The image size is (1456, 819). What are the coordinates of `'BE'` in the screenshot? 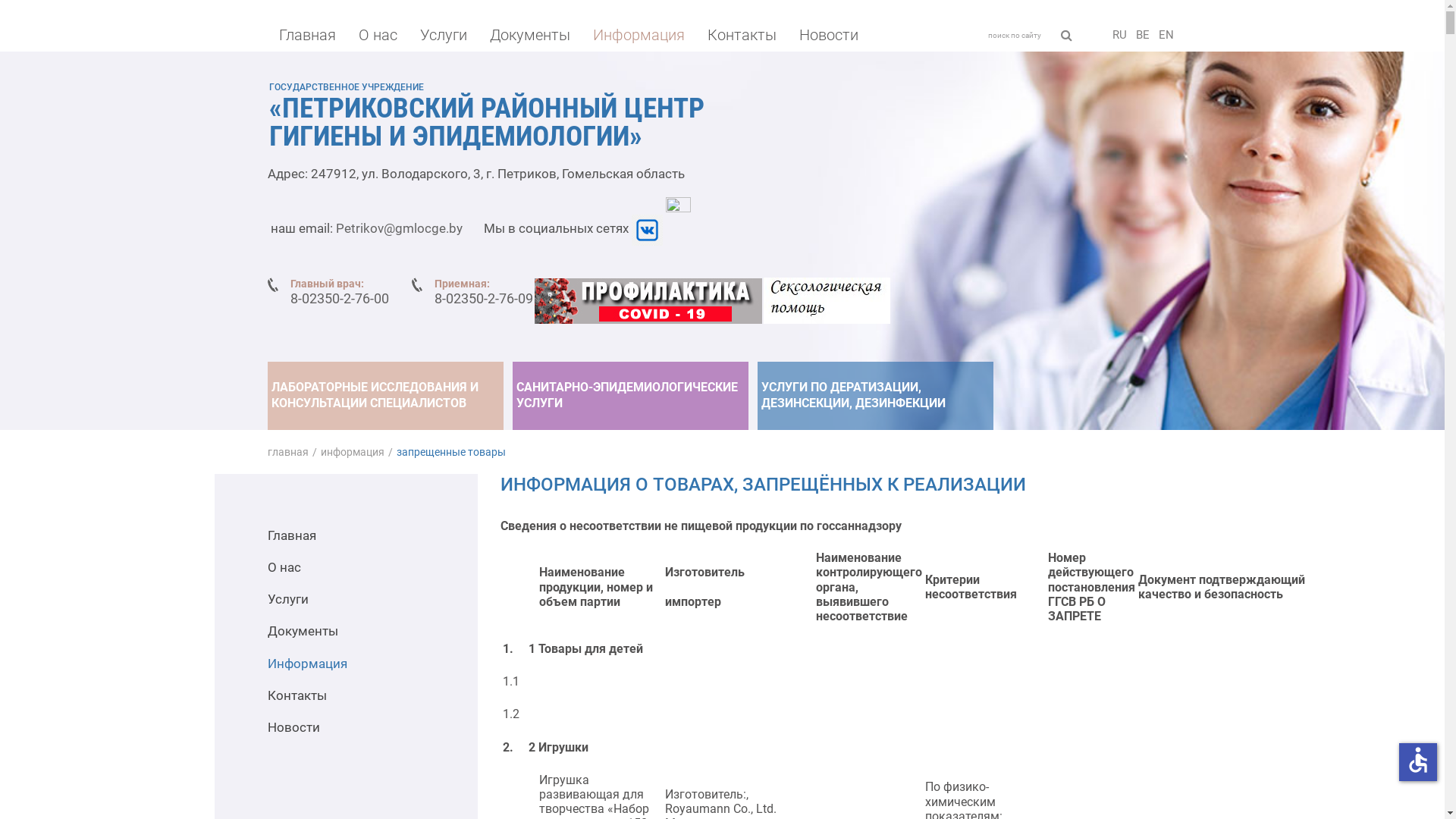 It's located at (1142, 34).